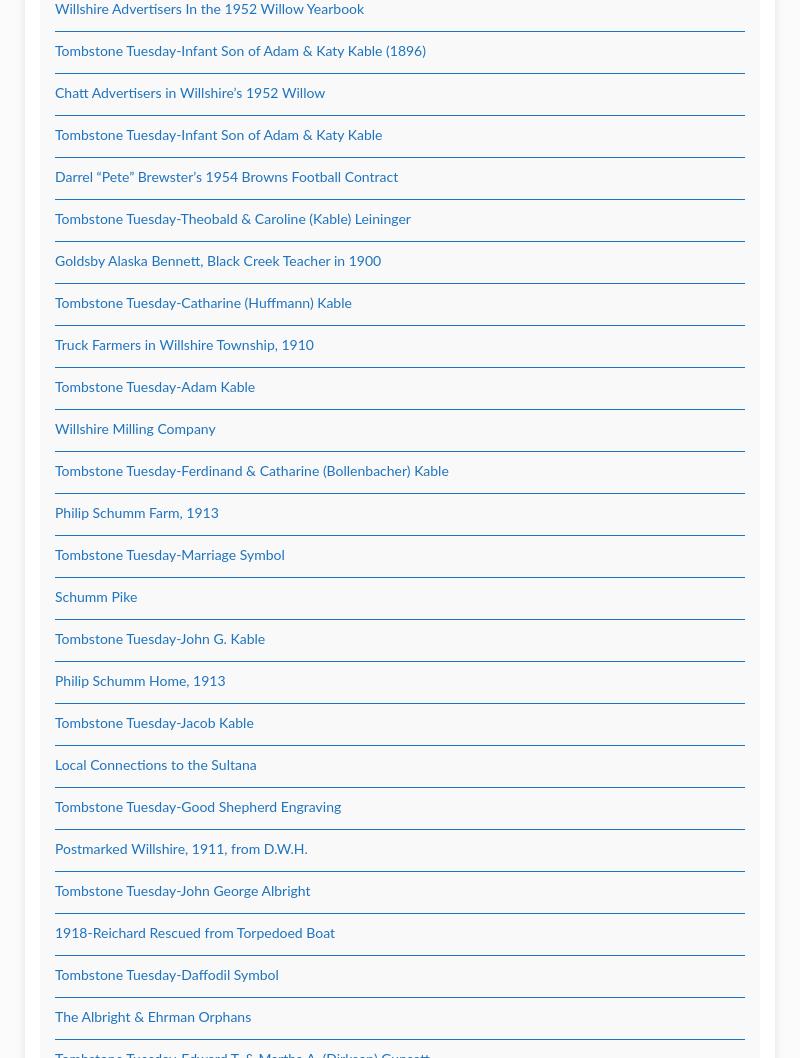 This screenshot has height=1058, width=800. I want to click on 'Tombstone Tuesday-Infant Son of Adam & Katy Kable (1896)', so click(239, 51).